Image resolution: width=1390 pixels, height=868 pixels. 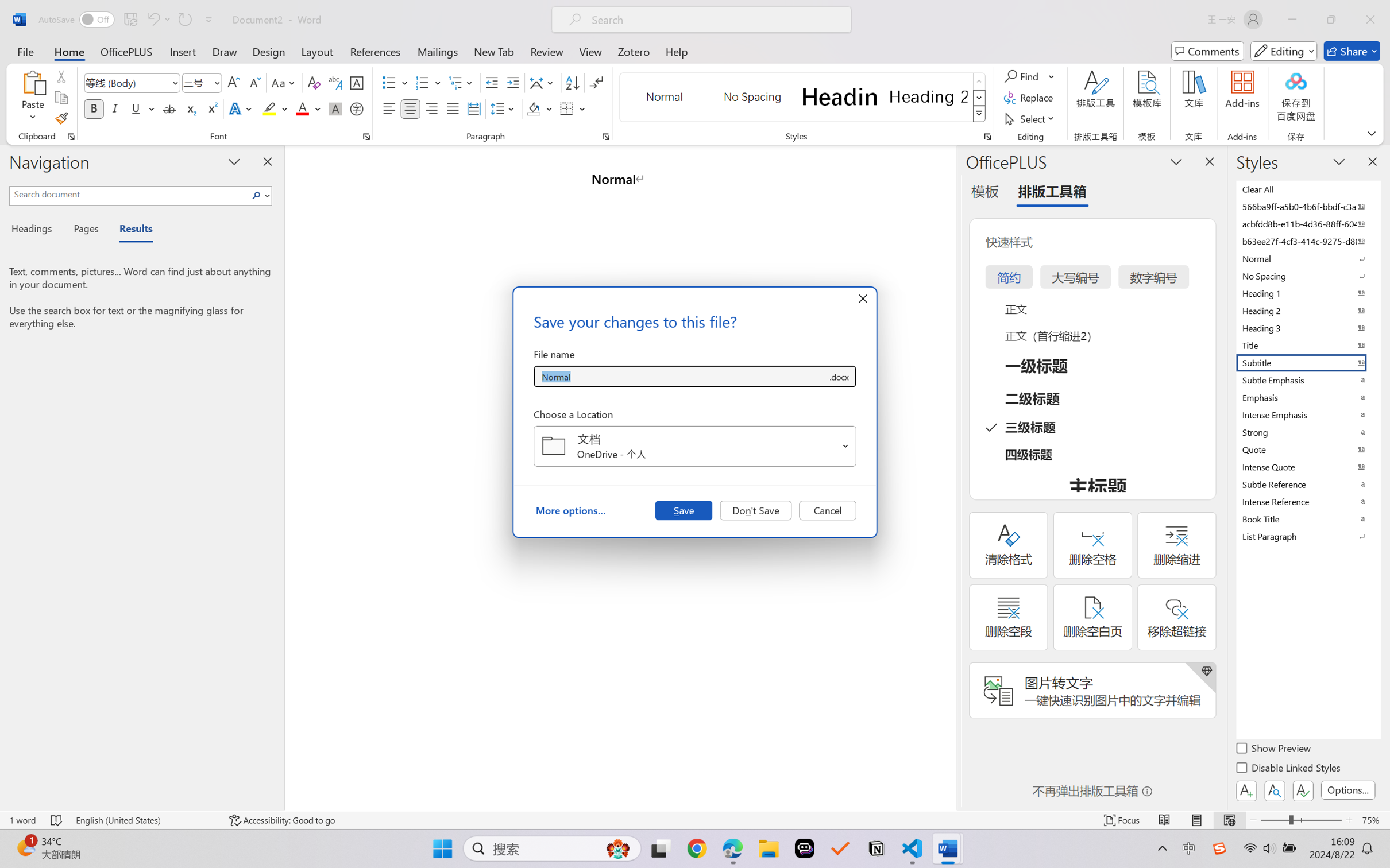 I want to click on 'Font', so click(x=132, y=83).